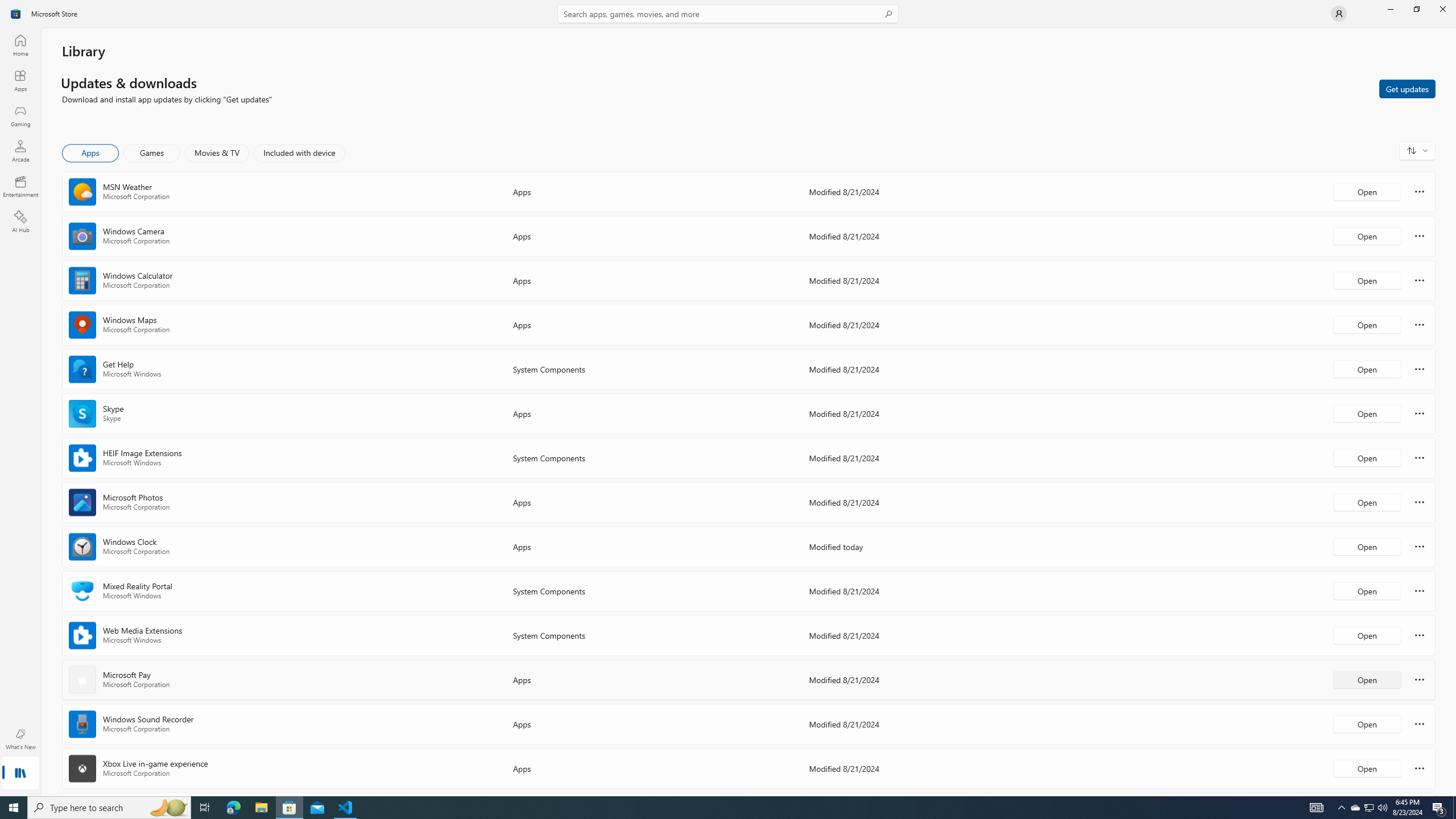 This screenshot has width=1456, height=819. I want to click on 'More options', so click(1419, 767).